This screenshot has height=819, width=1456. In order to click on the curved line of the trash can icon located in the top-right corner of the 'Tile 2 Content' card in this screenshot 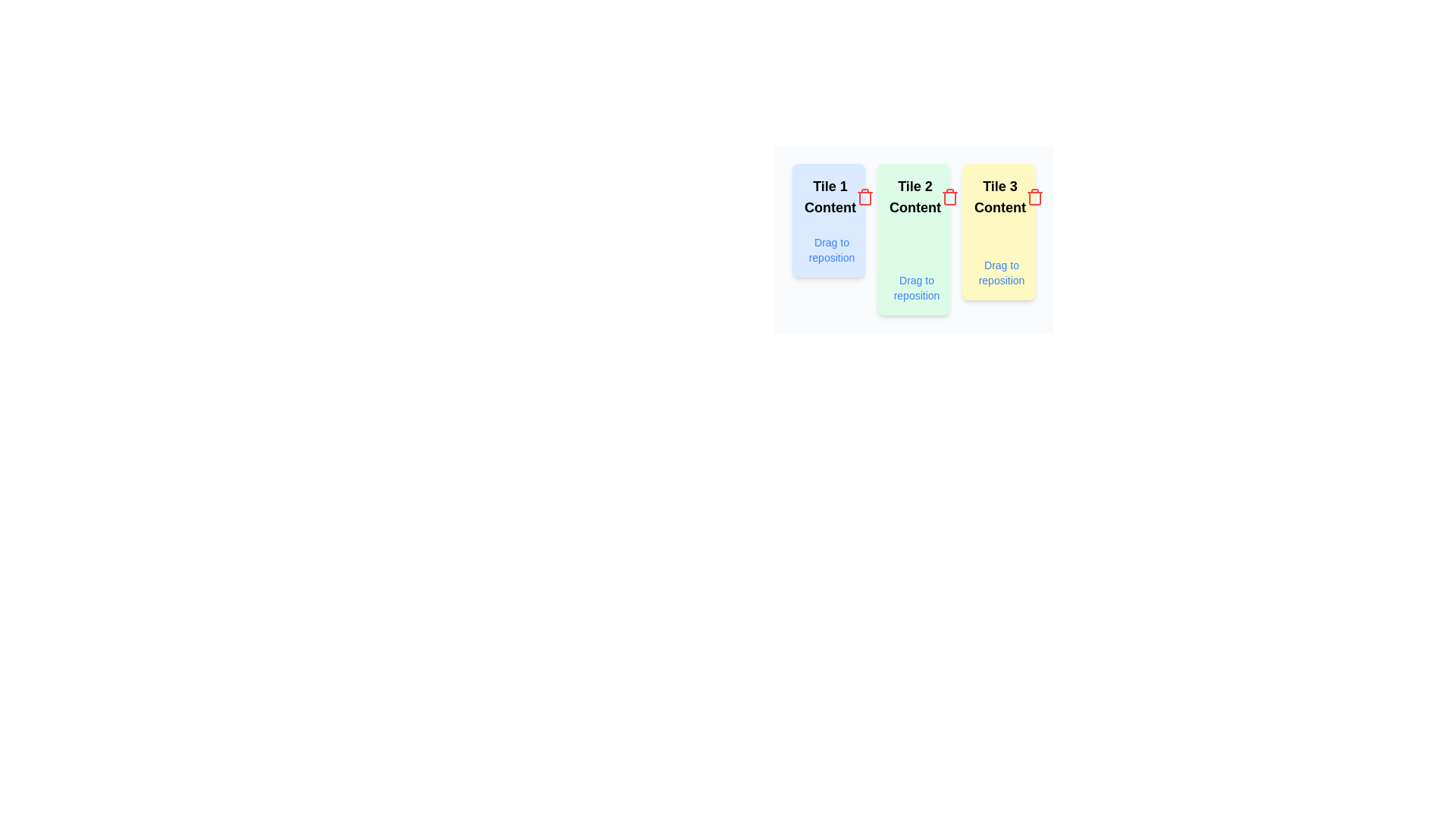, I will do `click(864, 198)`.